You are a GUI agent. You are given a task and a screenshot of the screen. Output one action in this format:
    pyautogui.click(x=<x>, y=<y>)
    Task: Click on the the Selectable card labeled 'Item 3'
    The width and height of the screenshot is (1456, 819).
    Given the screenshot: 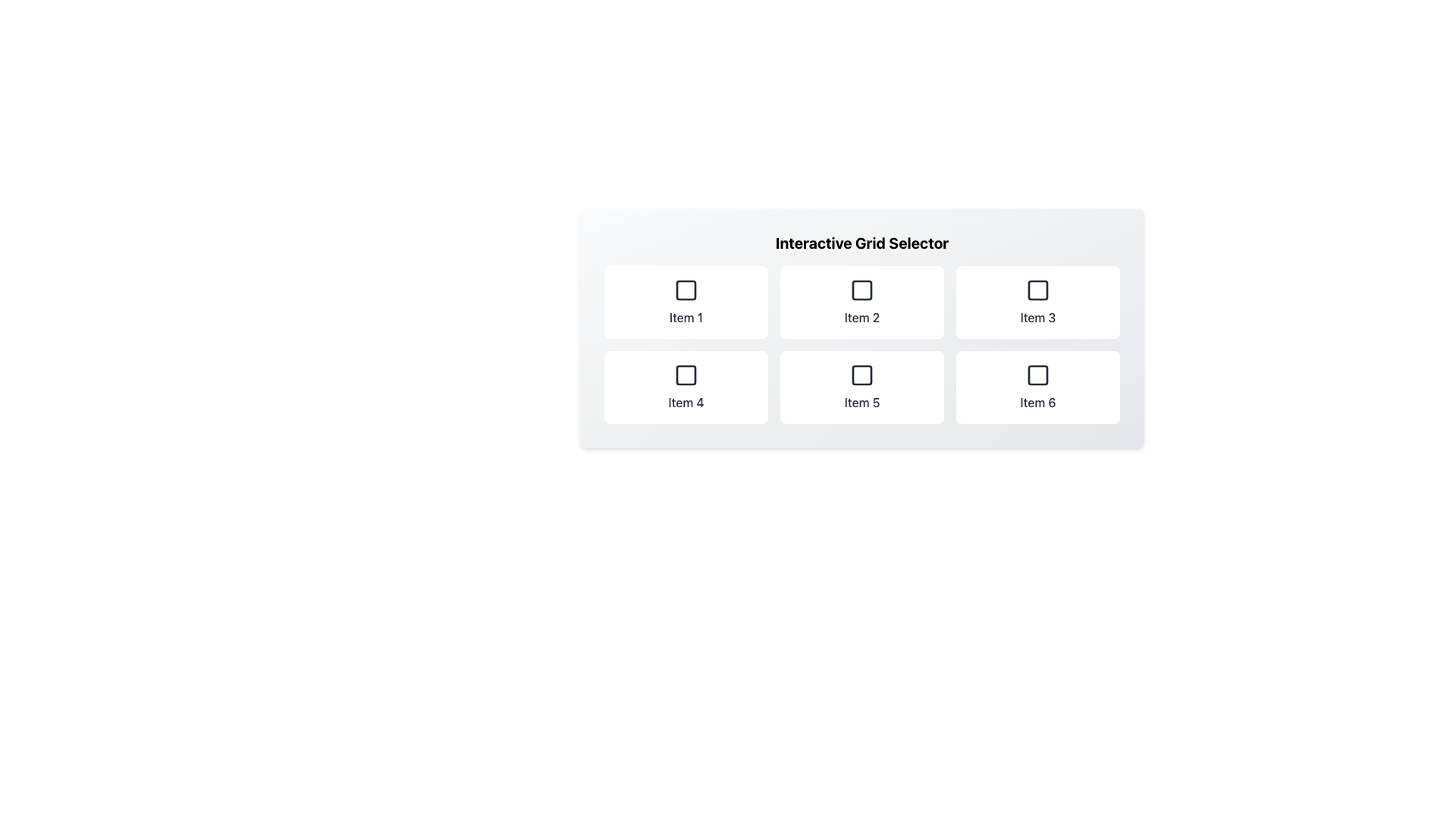 What is the action you would take?
    pyautogui.click(x=1037, y=302)
    